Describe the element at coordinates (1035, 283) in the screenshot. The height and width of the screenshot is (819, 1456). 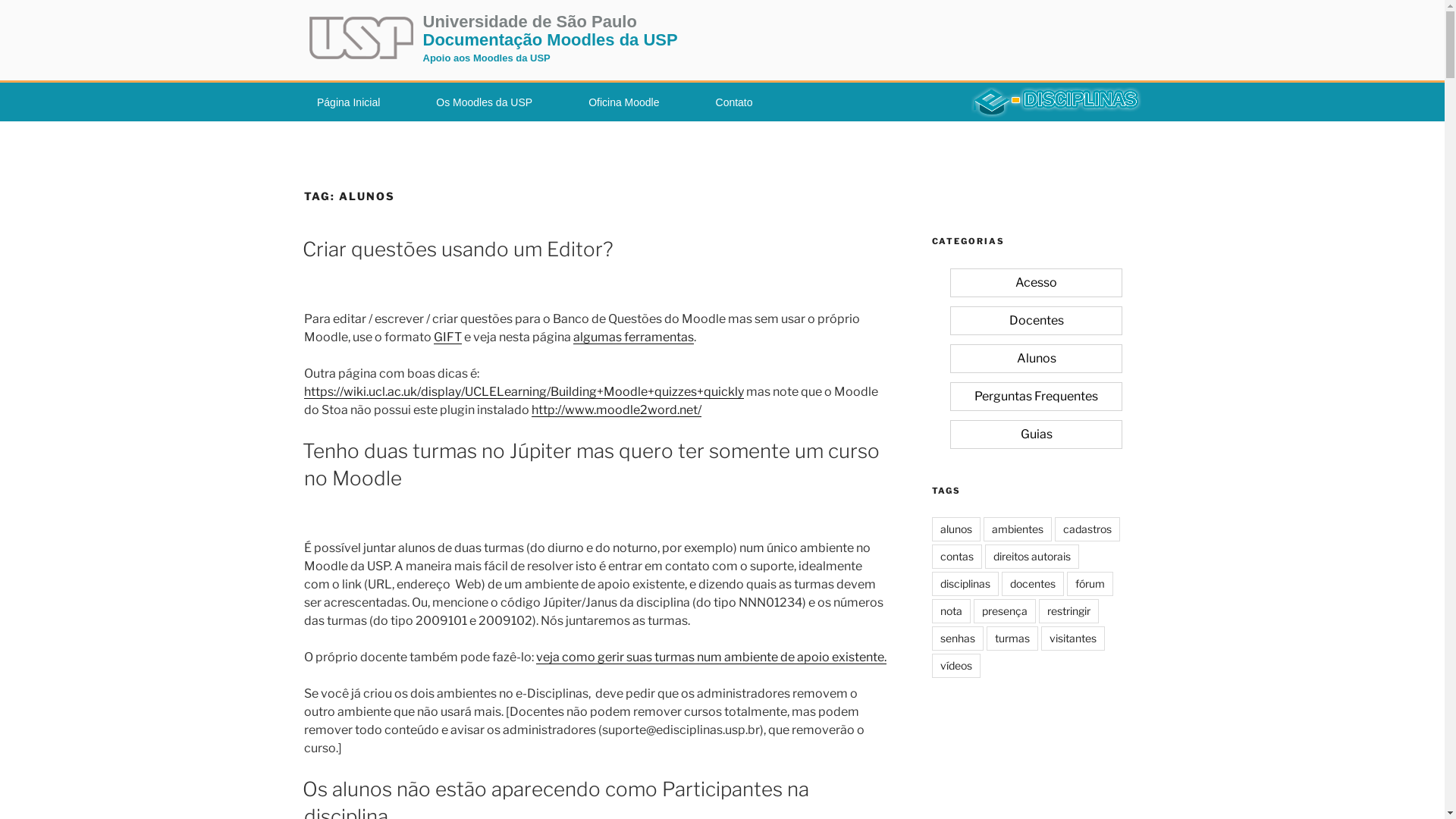
I see `'Acesso'` at that location.